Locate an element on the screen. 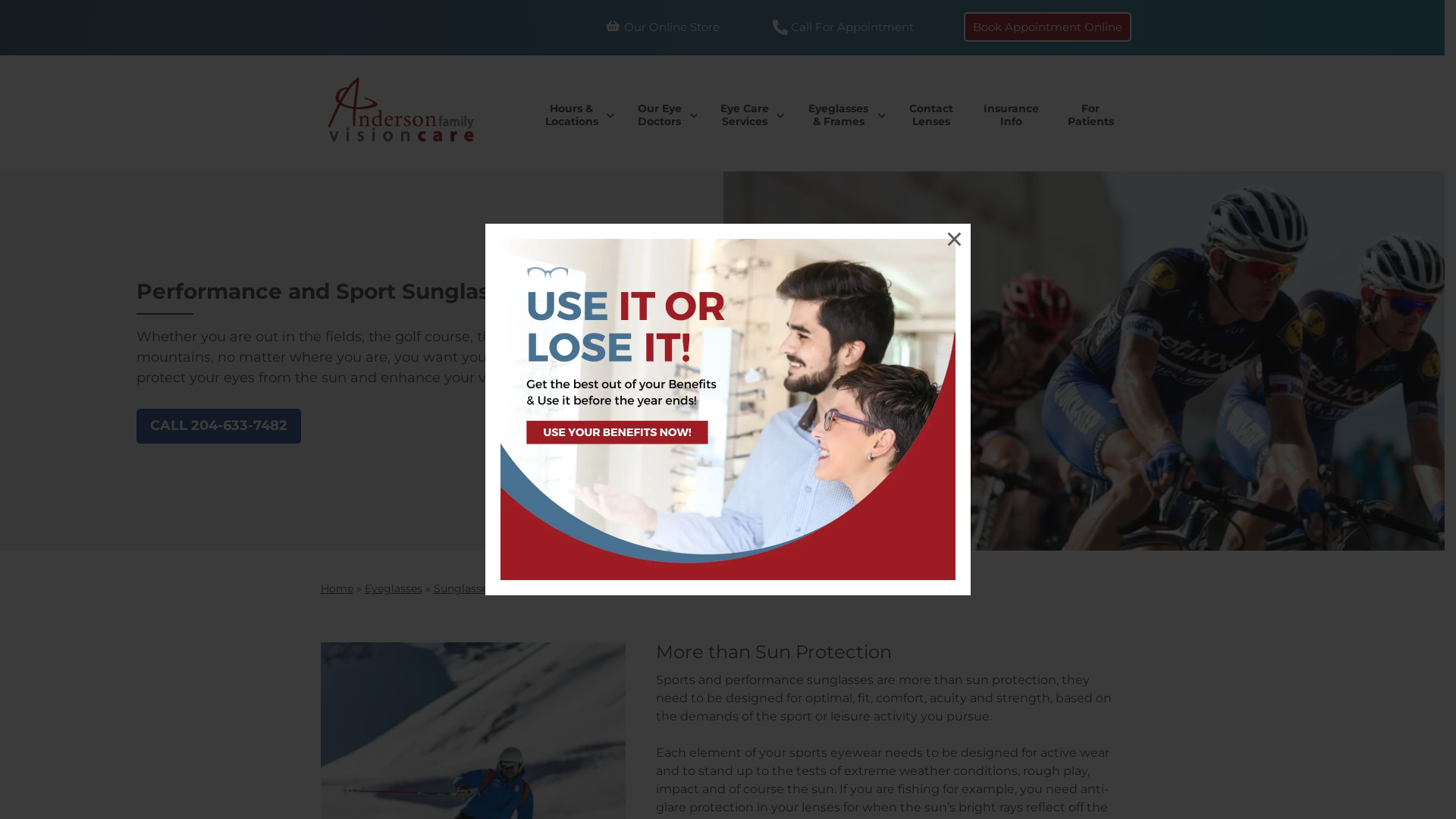 The image size is (1456, 819). 'Book Appointment Online' is located at coordinates (1046, 27).